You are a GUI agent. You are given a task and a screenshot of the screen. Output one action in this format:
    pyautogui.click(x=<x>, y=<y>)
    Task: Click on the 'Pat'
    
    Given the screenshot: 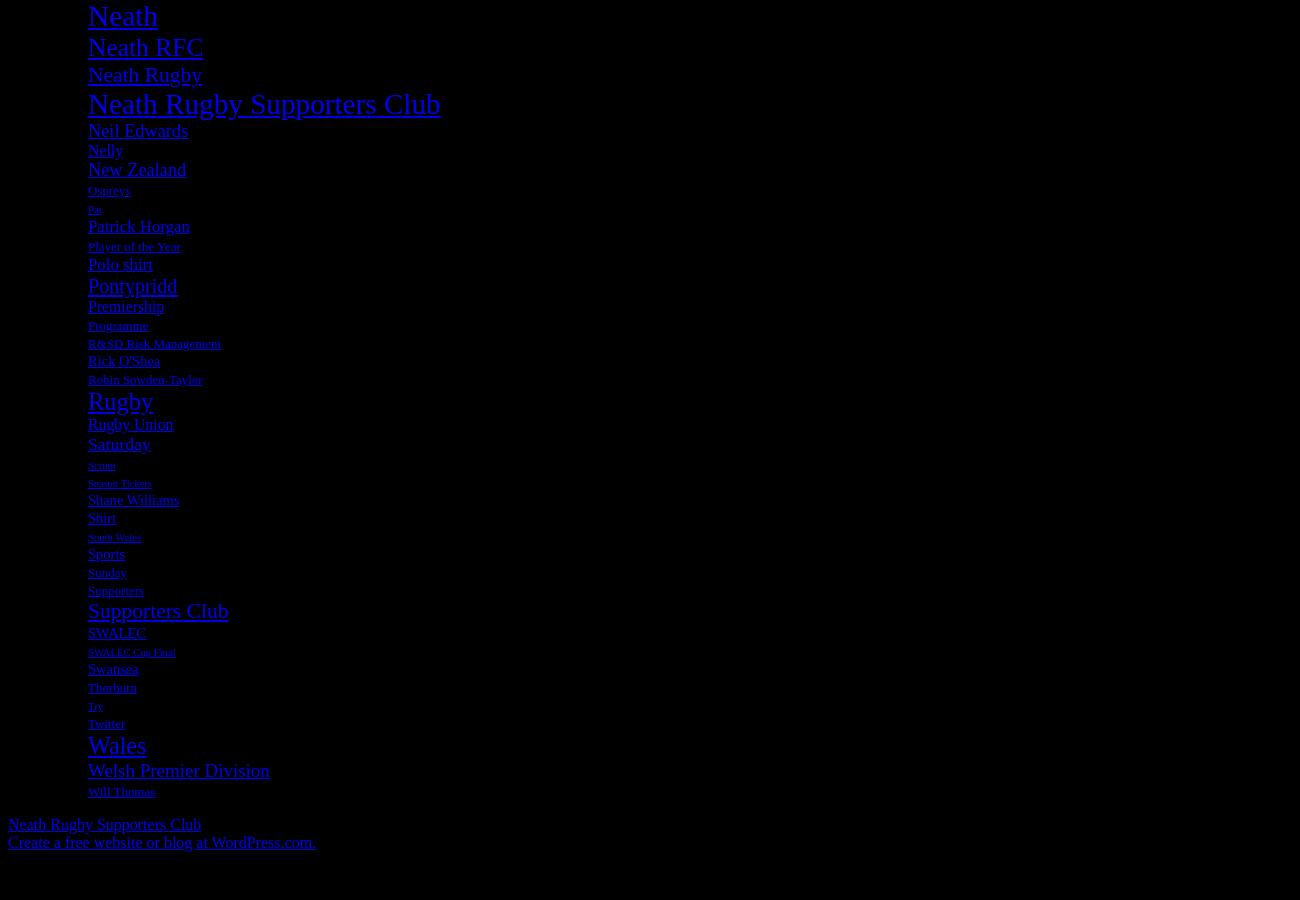 What is the action you would take?
    pyautogui.click(x=94, y=208)
    